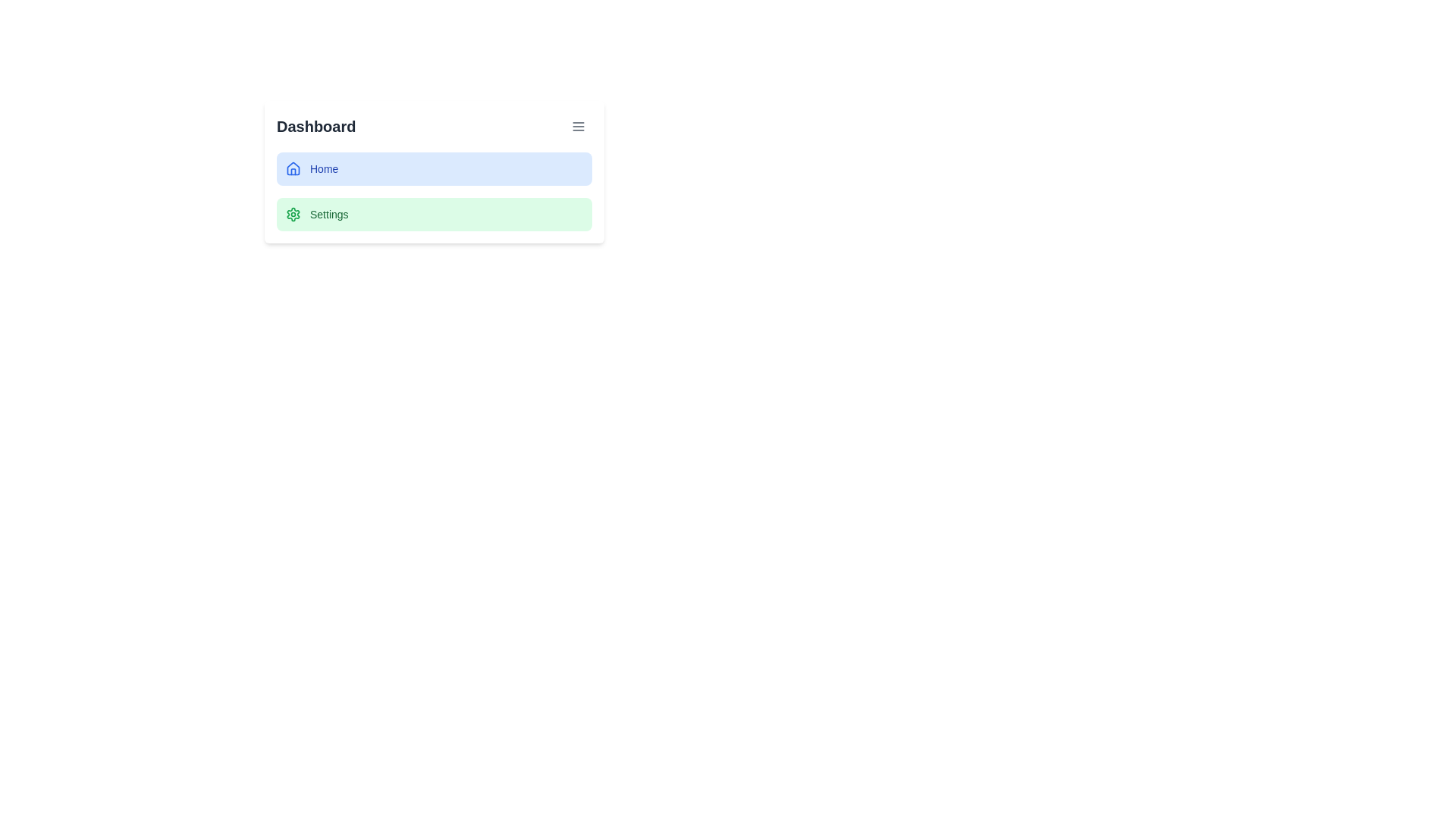 The image size is (1456, 819). I want to click on the 'Home' icon located at the top-left corner of the dashboard's navigation menu, which aids users in navigating to the main page of the dashboard, so click(293, 168).